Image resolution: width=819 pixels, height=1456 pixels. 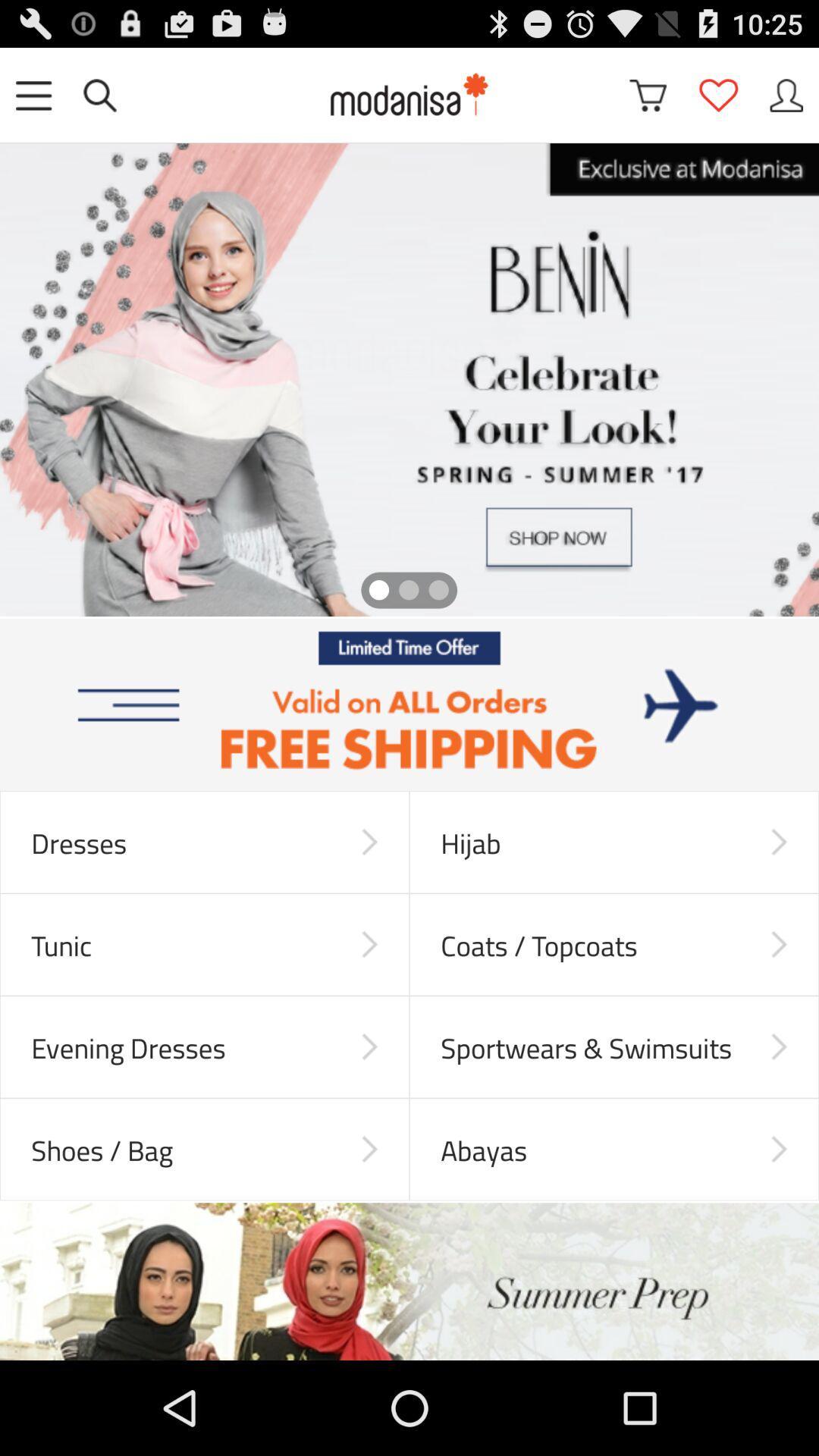 I want to click on shopping cart, so click(x=648, y=94).